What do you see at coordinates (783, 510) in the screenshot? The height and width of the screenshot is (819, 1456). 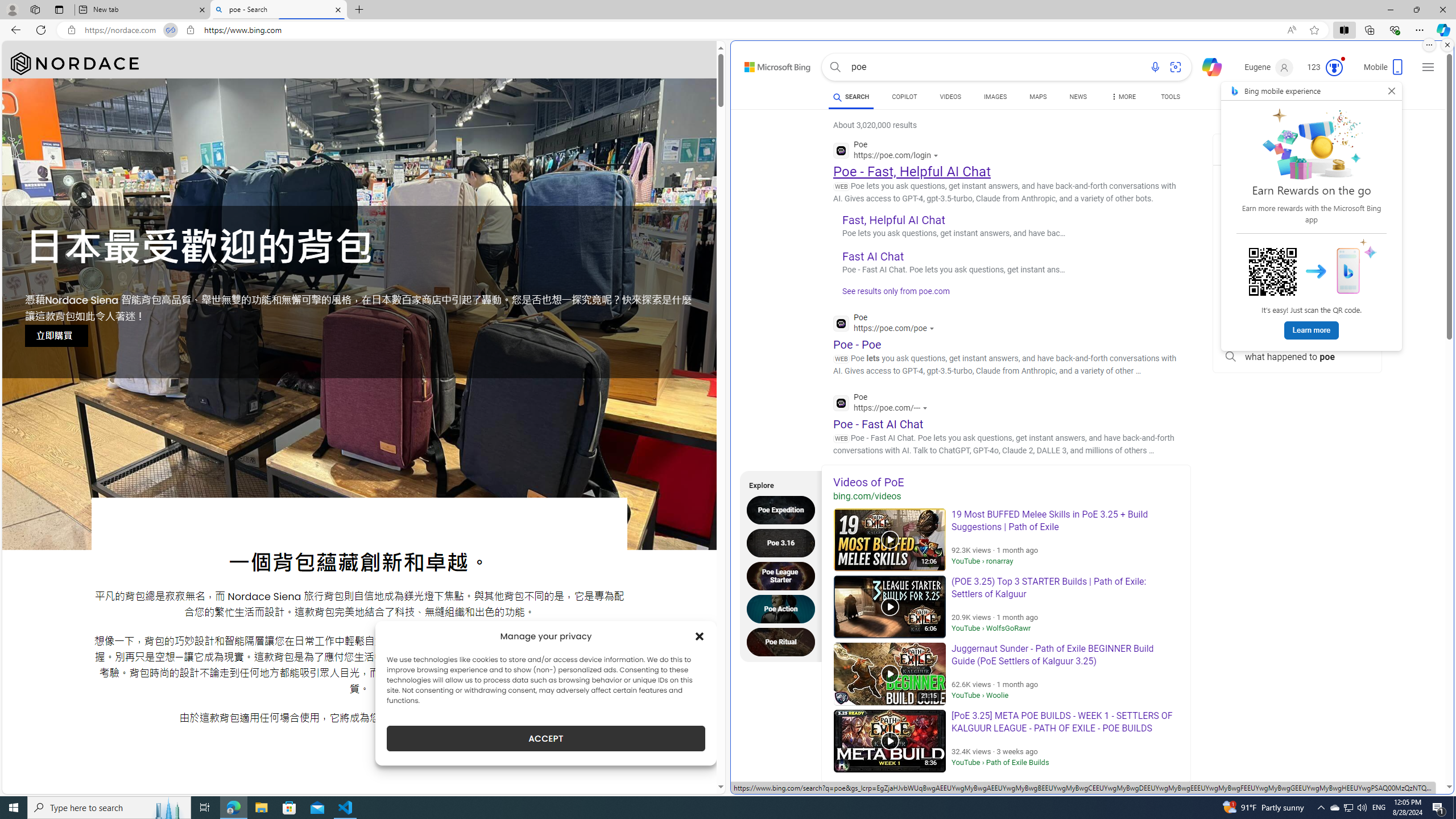 I see `'Poe Expedition'` at bounding box center [783, 510].